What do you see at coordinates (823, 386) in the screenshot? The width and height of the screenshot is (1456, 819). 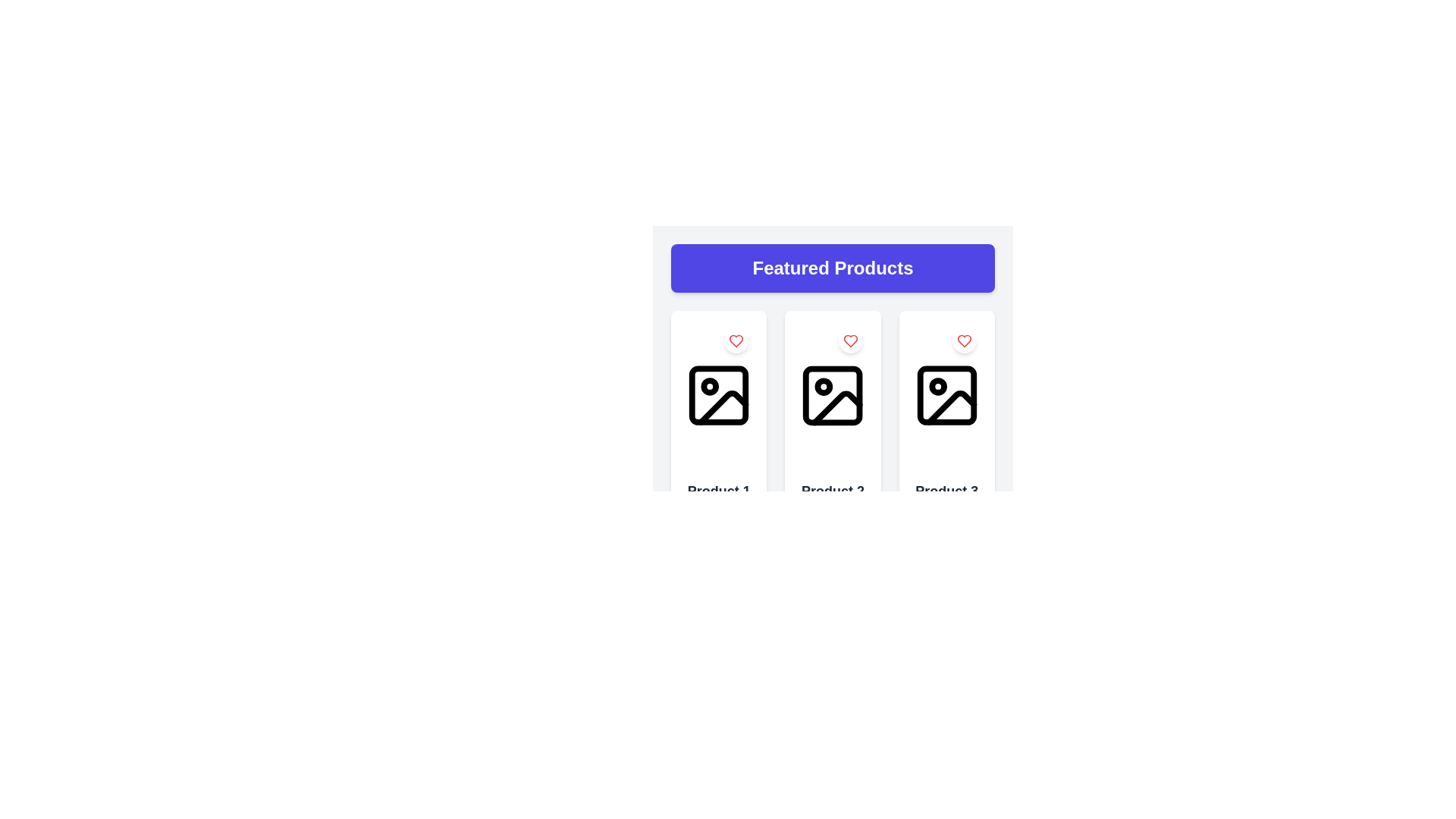 I see `the small circular graphical component within the SVG representation of 'Product 2' to retrieve details` at bounding box center [823, 386].